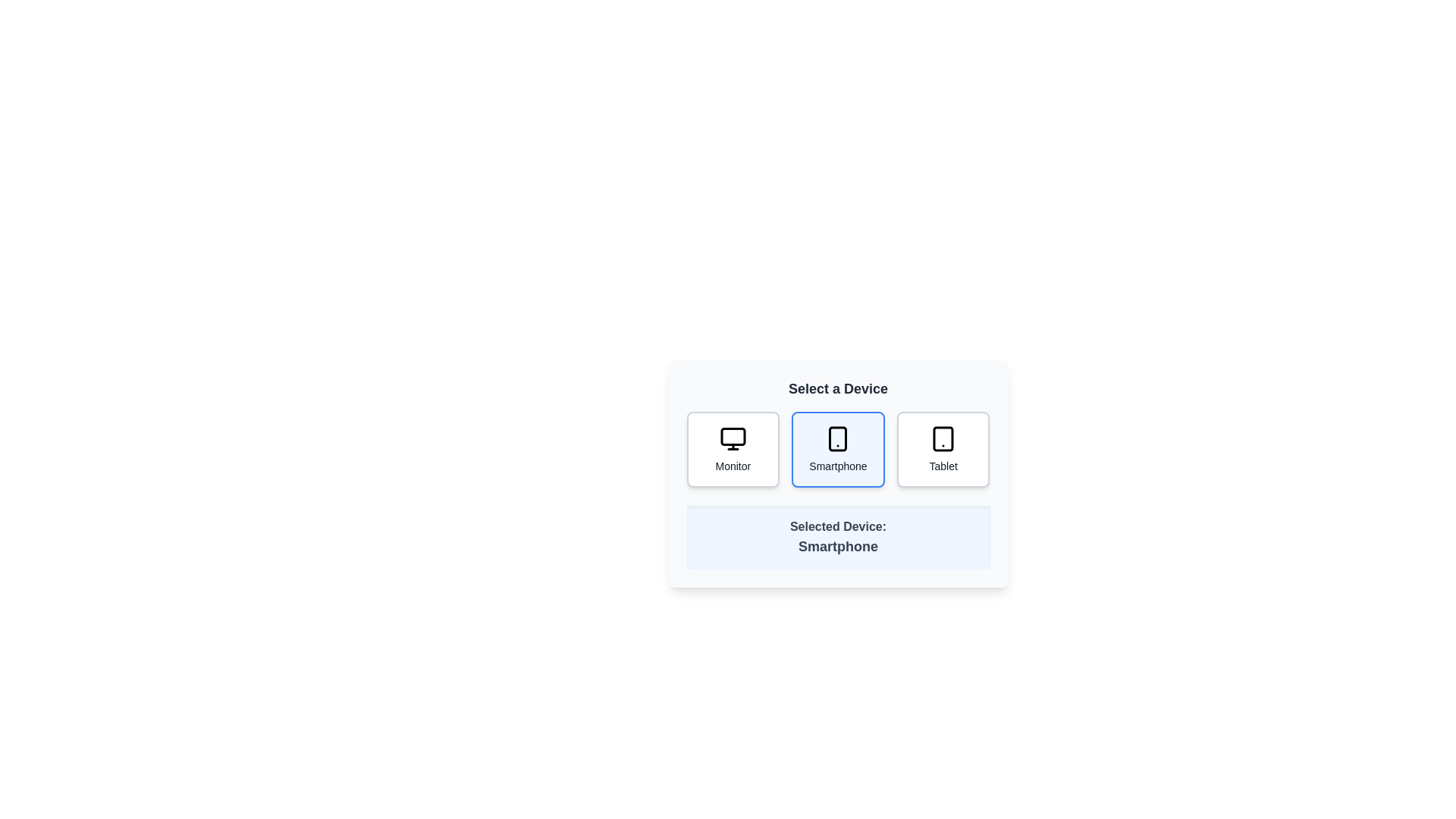  I want to click on the button corresponding to the device Tablet to select it, so click(943, 449).